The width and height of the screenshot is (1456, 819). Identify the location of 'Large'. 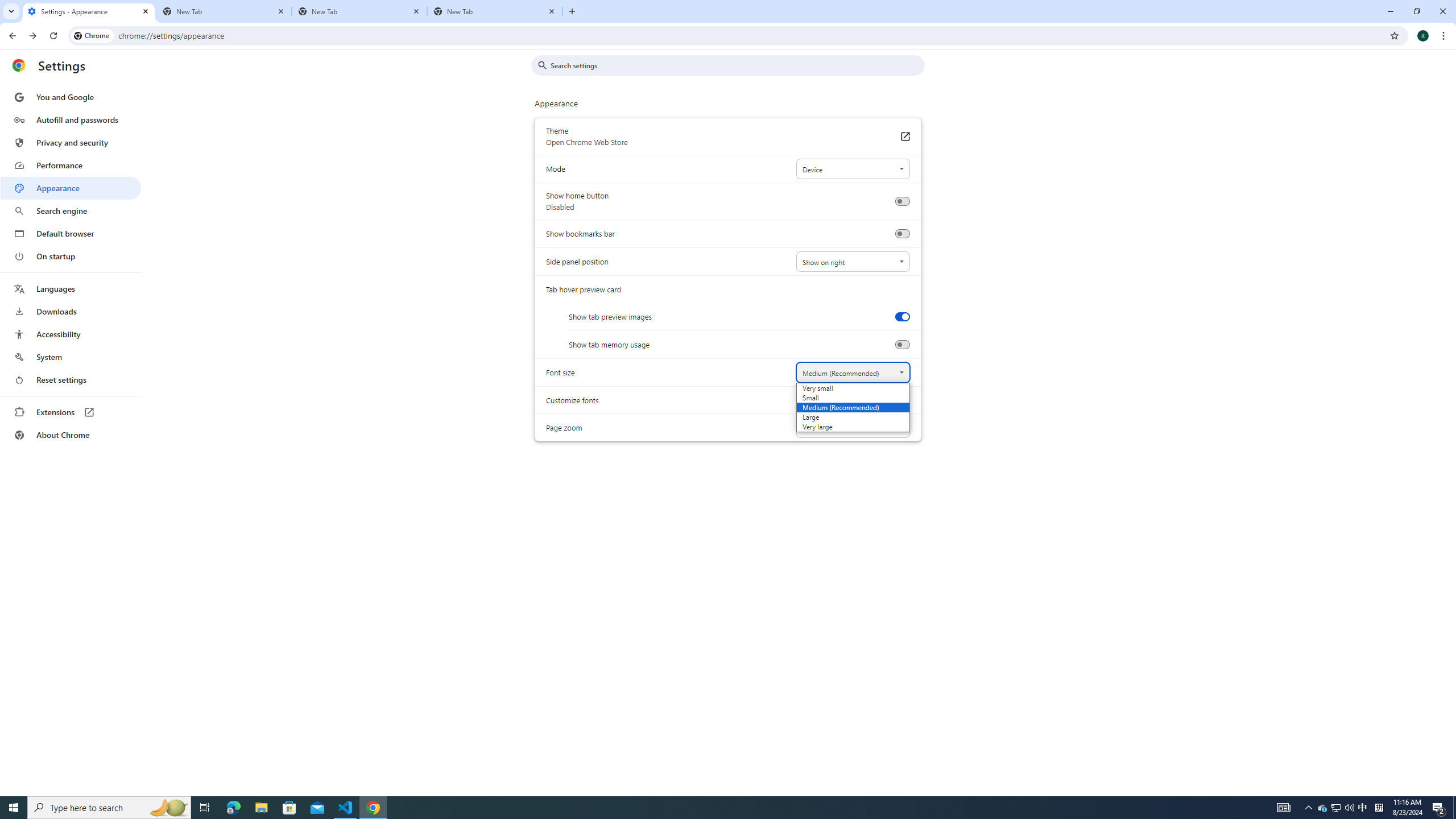
(837, 416).